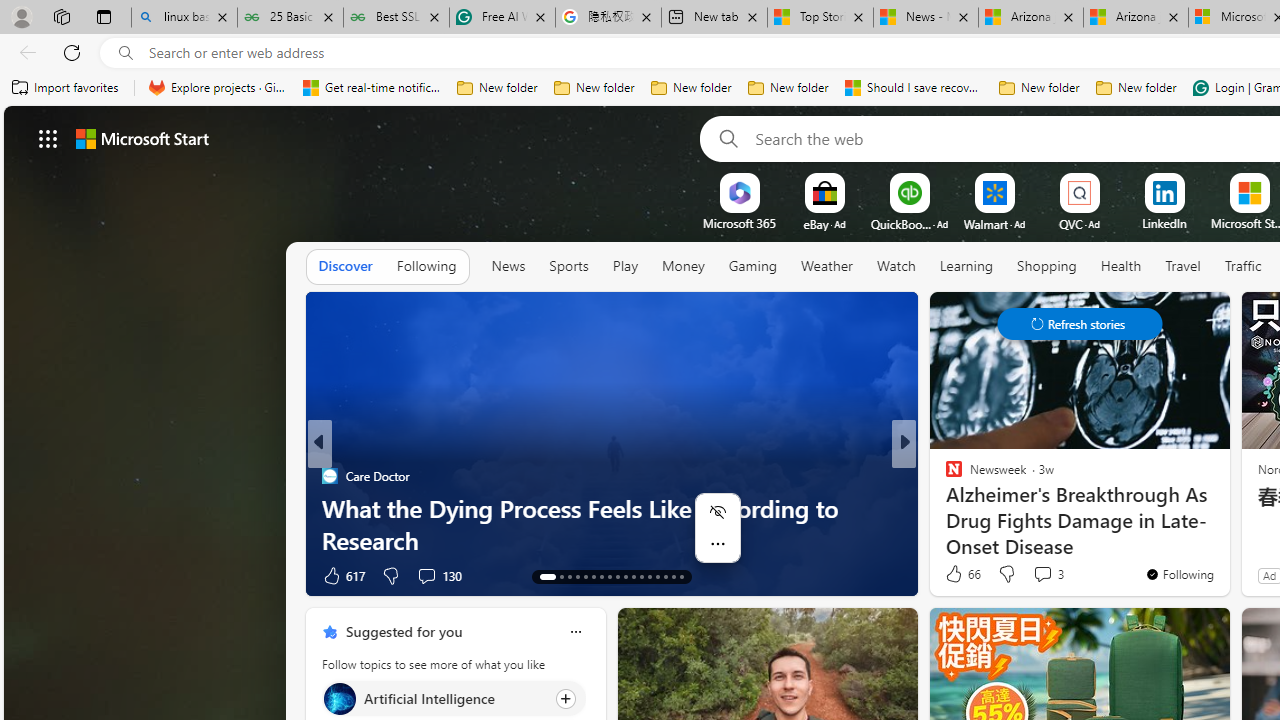 This screenshot has height=720, width=1280. What do you see at coordinates (958, 575) in the screenshot?
I see `'477 Like'` at bounding box center [958, 575].